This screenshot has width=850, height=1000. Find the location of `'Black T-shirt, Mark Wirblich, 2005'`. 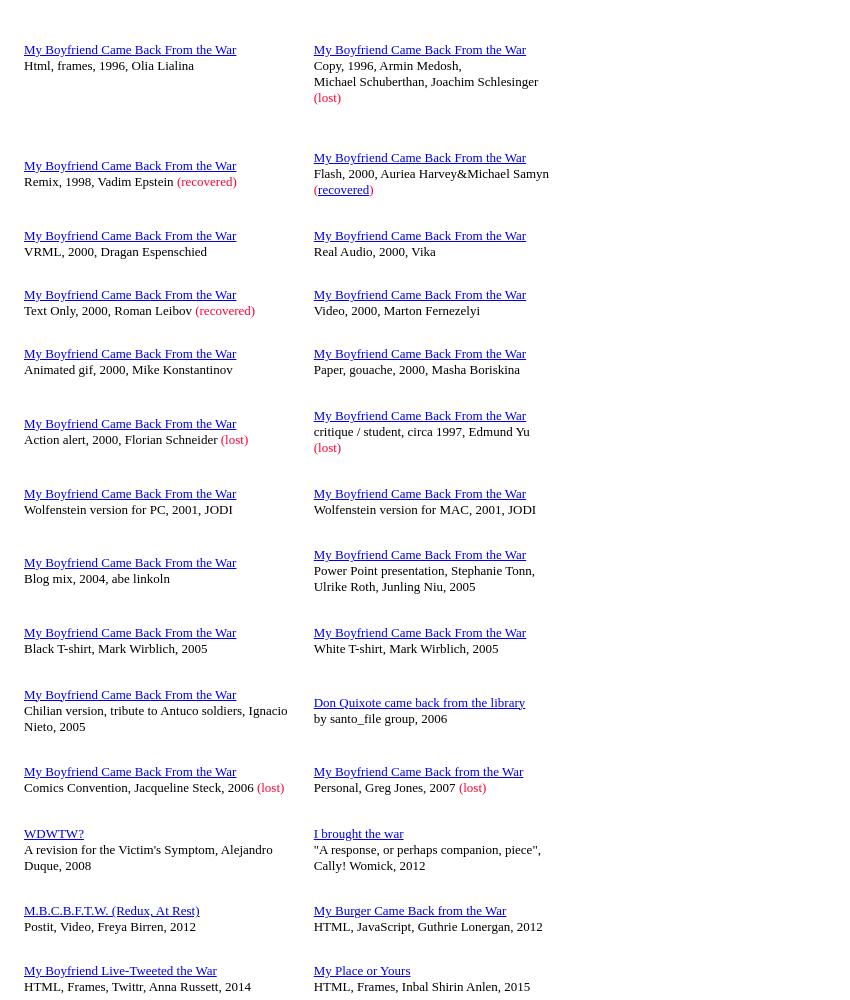

'Black T-shirt, Mark Wirblich, 2005' is located at coordinates (114, 647).